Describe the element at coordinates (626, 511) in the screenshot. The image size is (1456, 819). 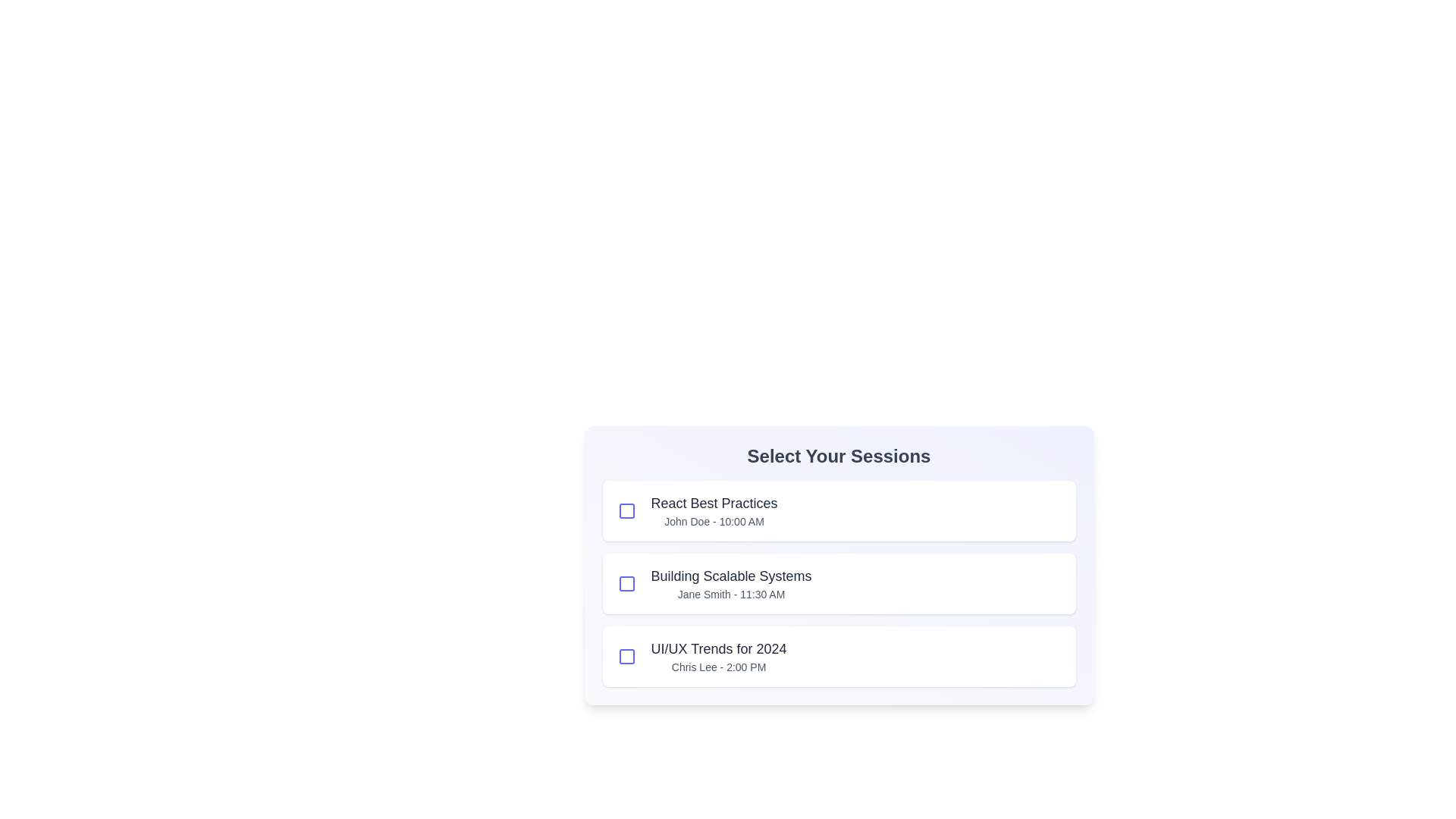
I see `the checkbox corresponding to the session 'React Best Practices'` at that location.